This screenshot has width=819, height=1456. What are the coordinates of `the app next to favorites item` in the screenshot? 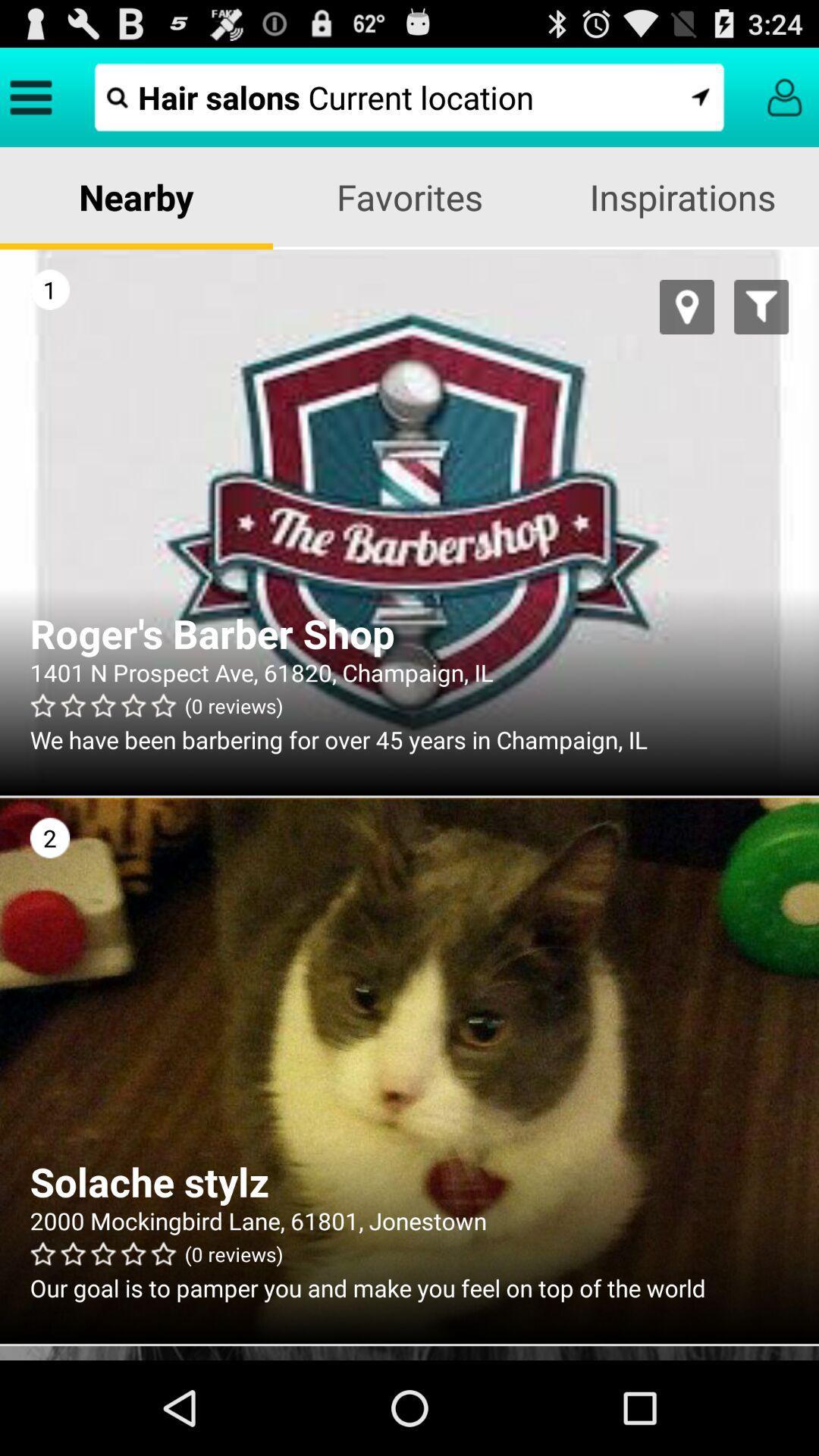 It's located at (136, 196).